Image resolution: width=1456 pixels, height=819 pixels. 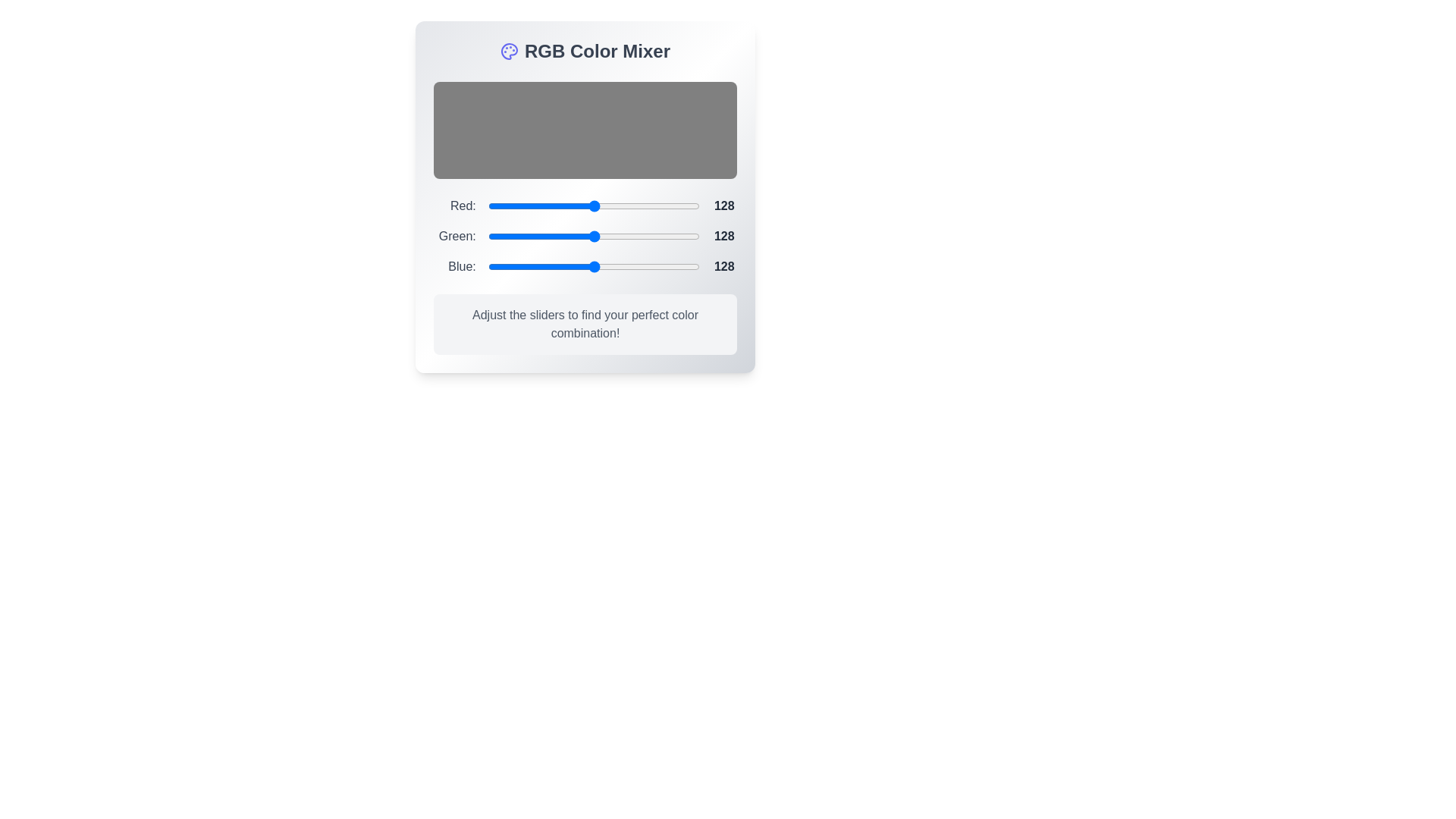 What do you see at coordinates (689, 206) in the screenshot?
I see `the 0 slider to a value of 232` at bounding box center [689, 206].